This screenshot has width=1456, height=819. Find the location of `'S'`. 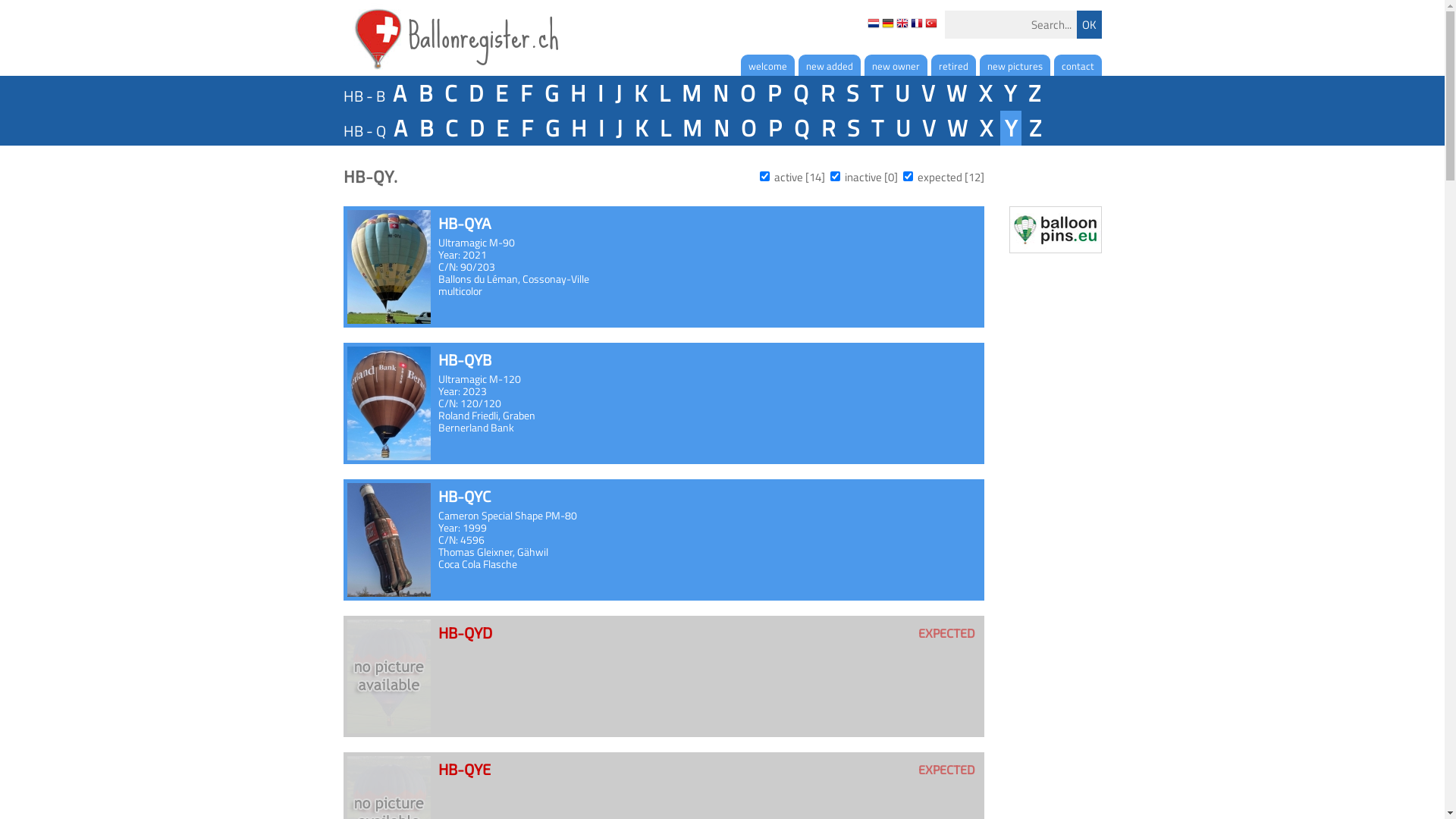

'S' is located at coordinates (852, 127).